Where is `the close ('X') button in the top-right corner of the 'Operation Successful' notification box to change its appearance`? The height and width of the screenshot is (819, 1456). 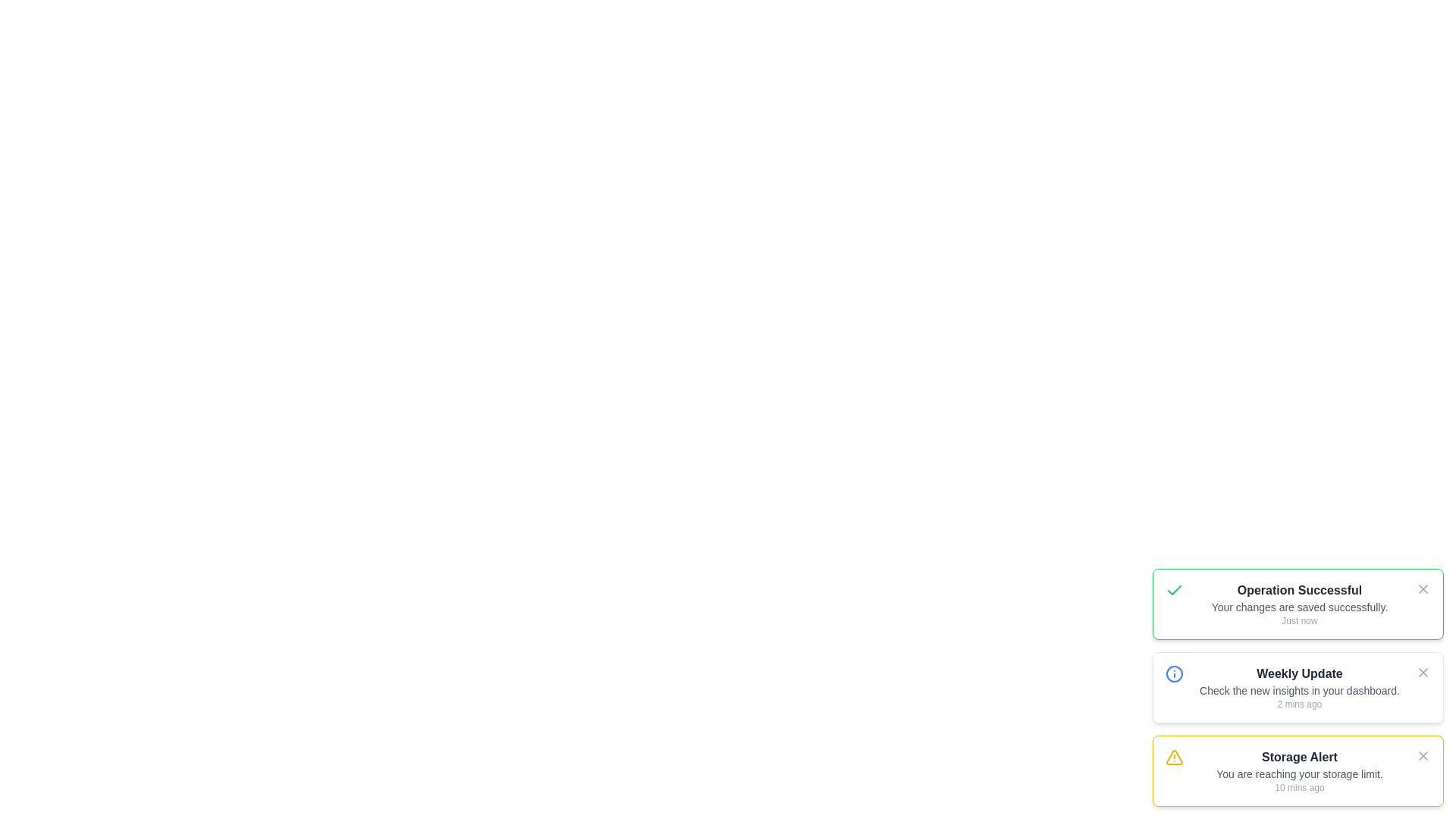 the close ('X') button in the top-right corner of the 'Operation Successful' notification box to change its appearance is located at coordinates (1422, 588).